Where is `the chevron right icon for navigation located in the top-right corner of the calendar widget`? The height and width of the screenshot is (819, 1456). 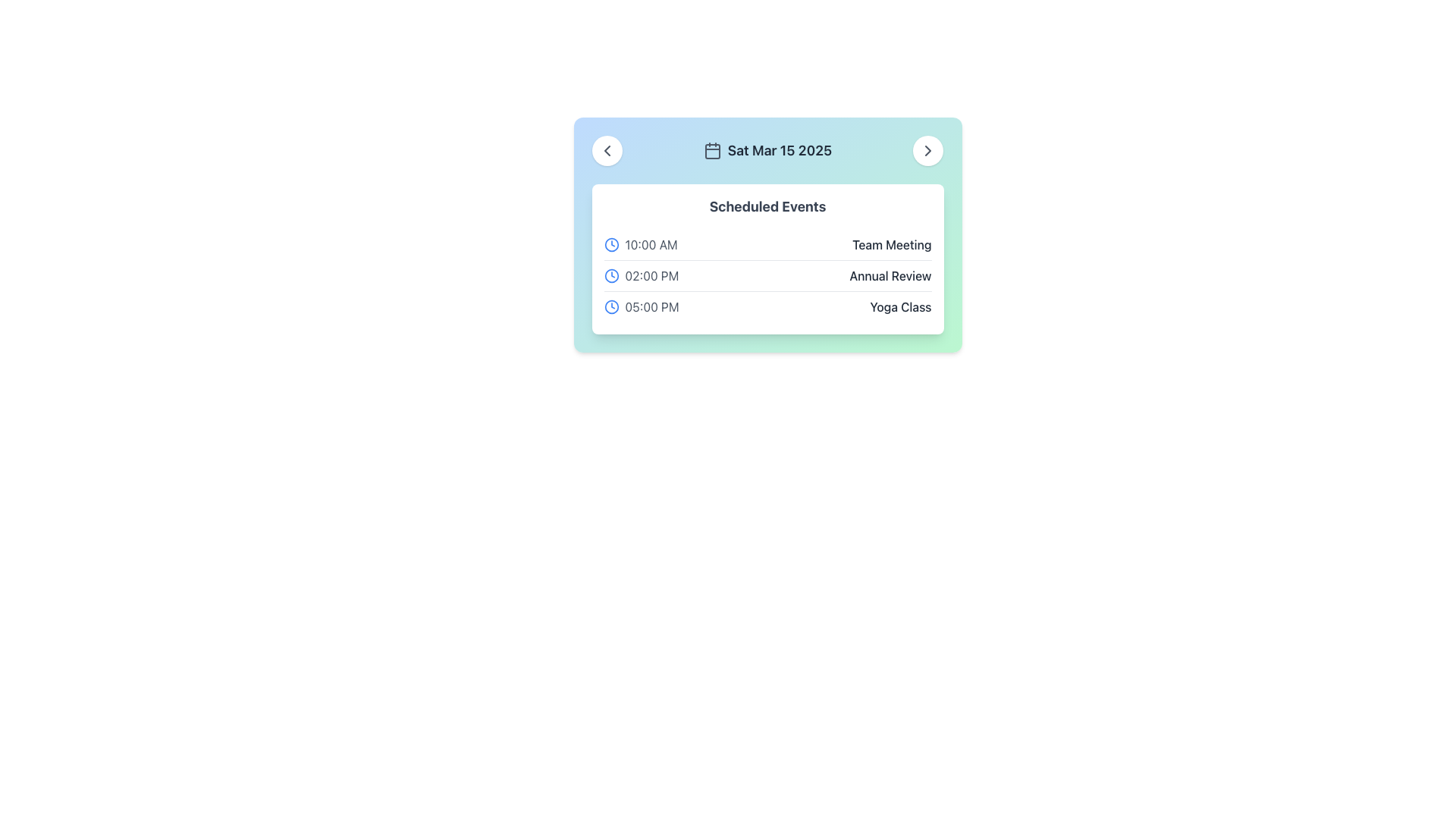
the chevron right icon for navigation located in the top-right corner of the calendar widget is located at coordinates (927, 151).